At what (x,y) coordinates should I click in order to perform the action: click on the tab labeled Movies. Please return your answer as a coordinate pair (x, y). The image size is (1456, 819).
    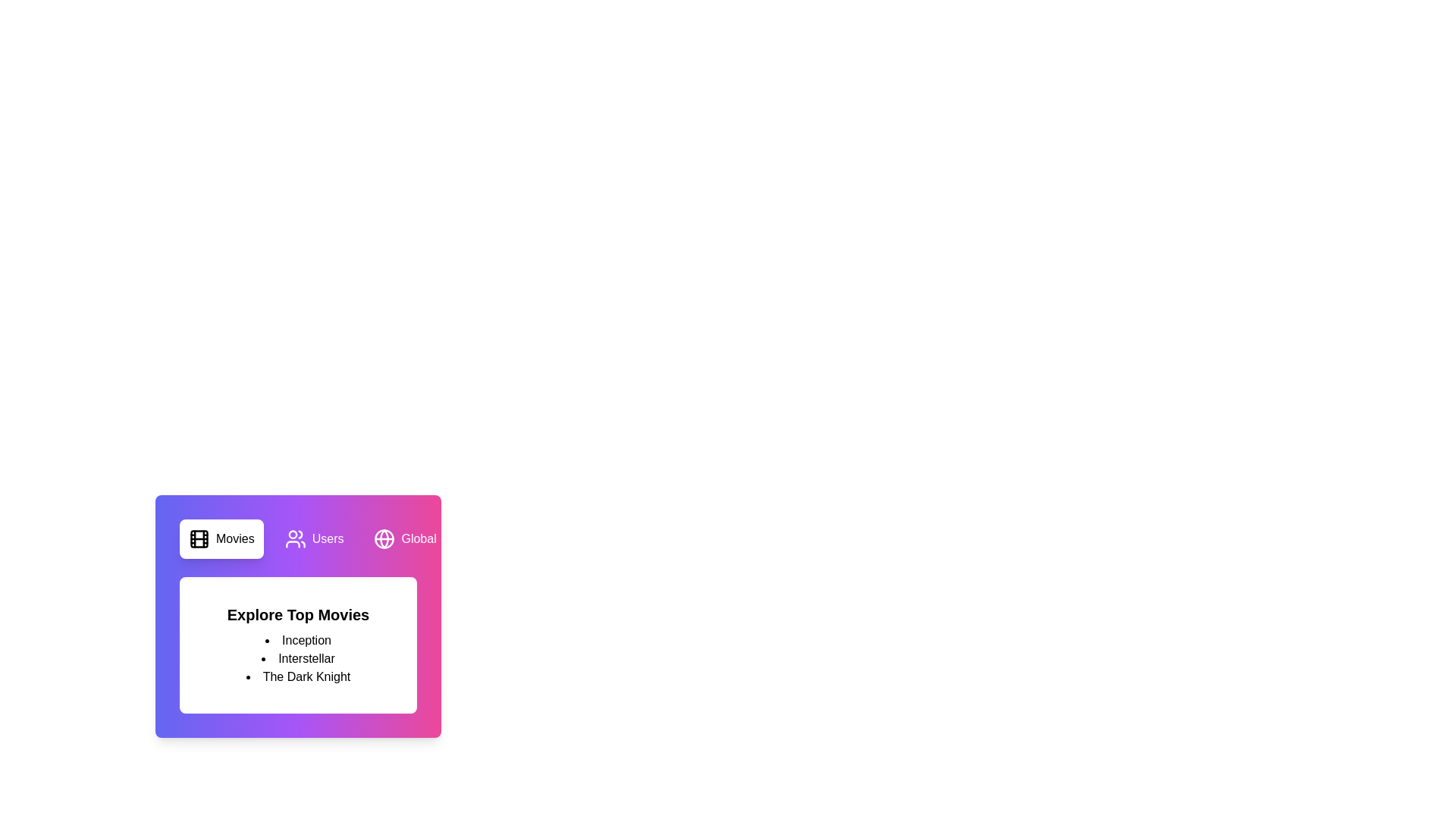
    Looking at the image, I should click on (221, 538).